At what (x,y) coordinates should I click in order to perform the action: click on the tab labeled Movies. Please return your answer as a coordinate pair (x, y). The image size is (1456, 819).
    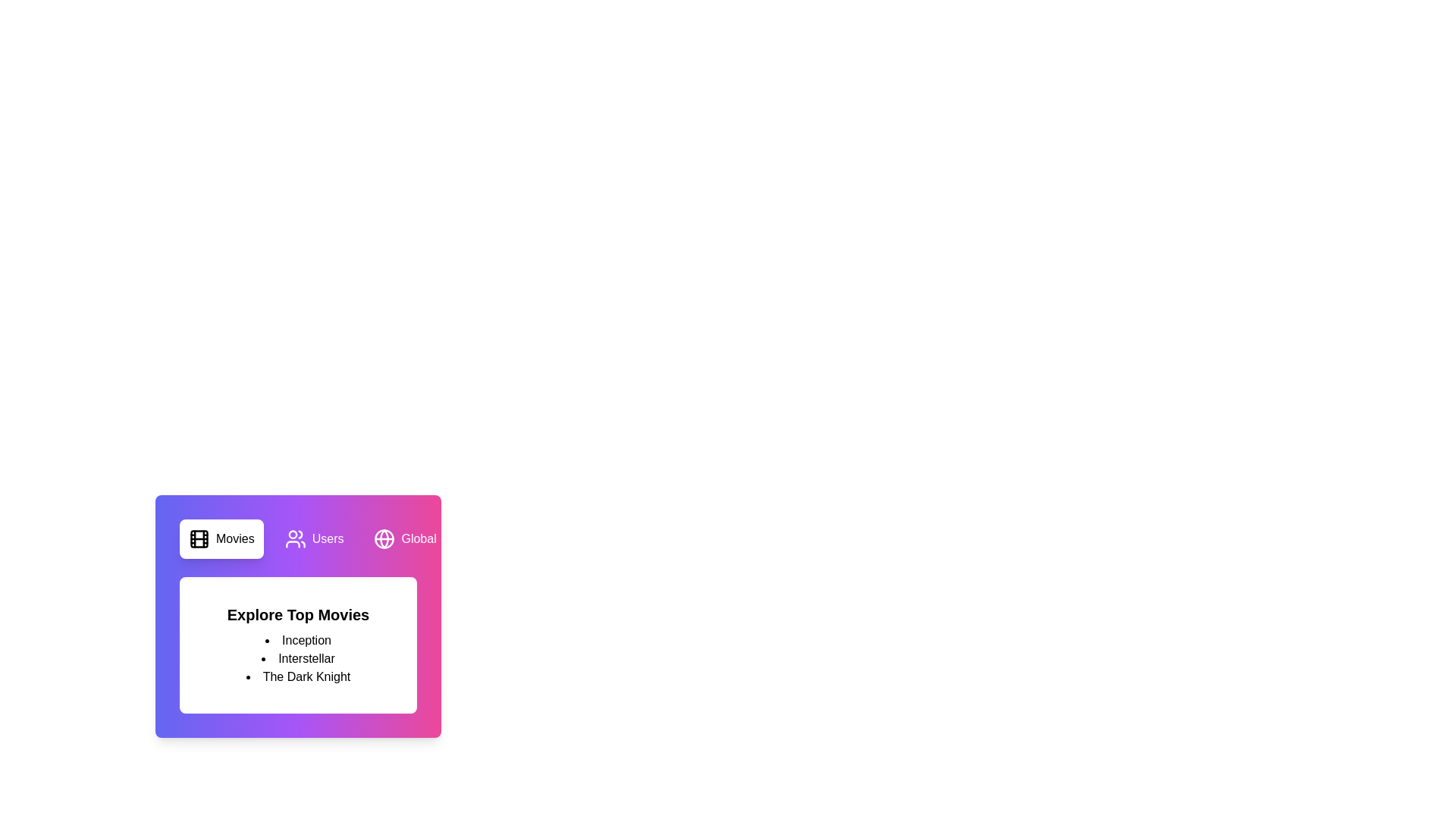
    Looking at the image, I should click on (221, 538).